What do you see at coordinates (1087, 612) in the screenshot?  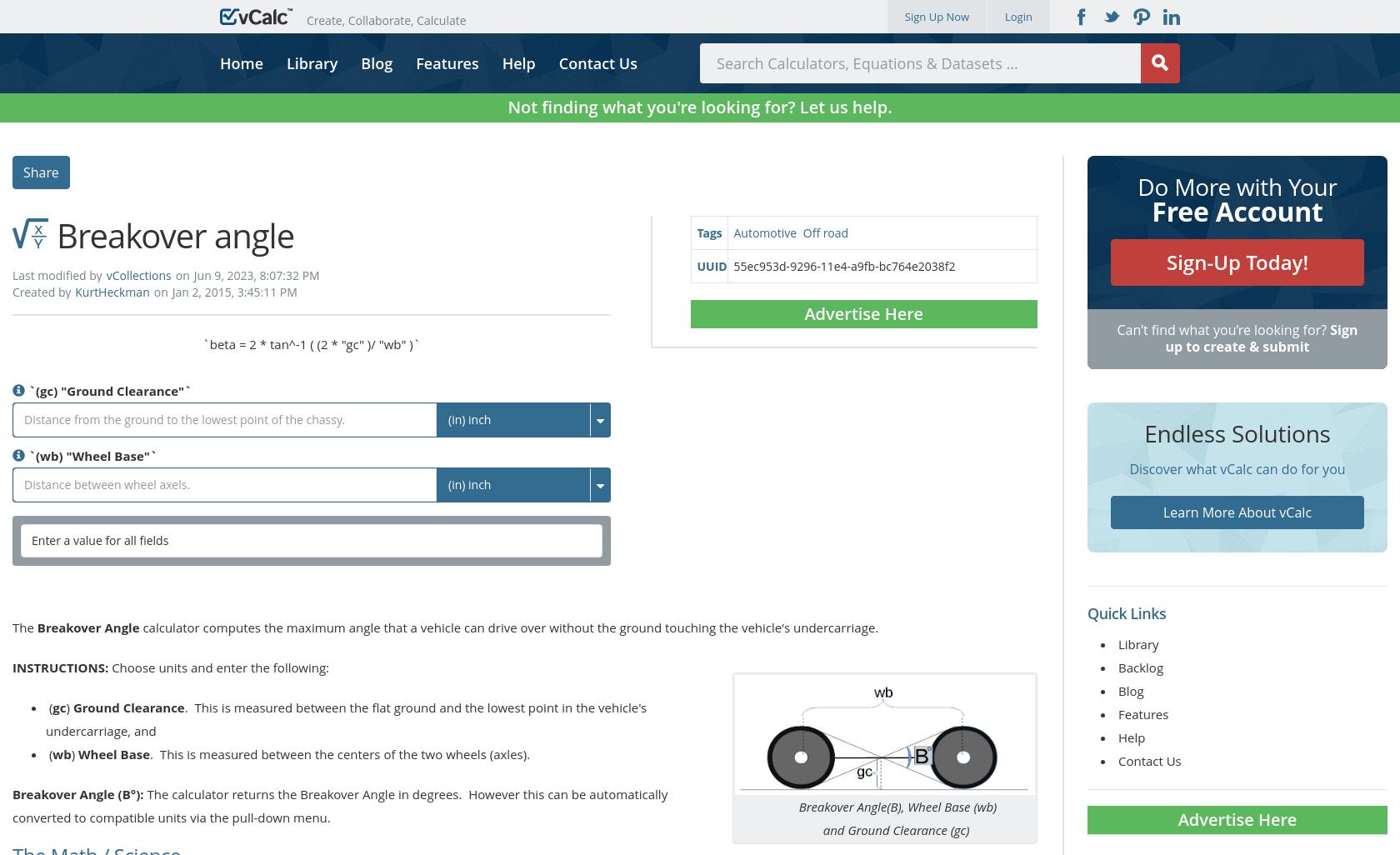 I see `'Quick Links'` at bounding box center [1087, 612].